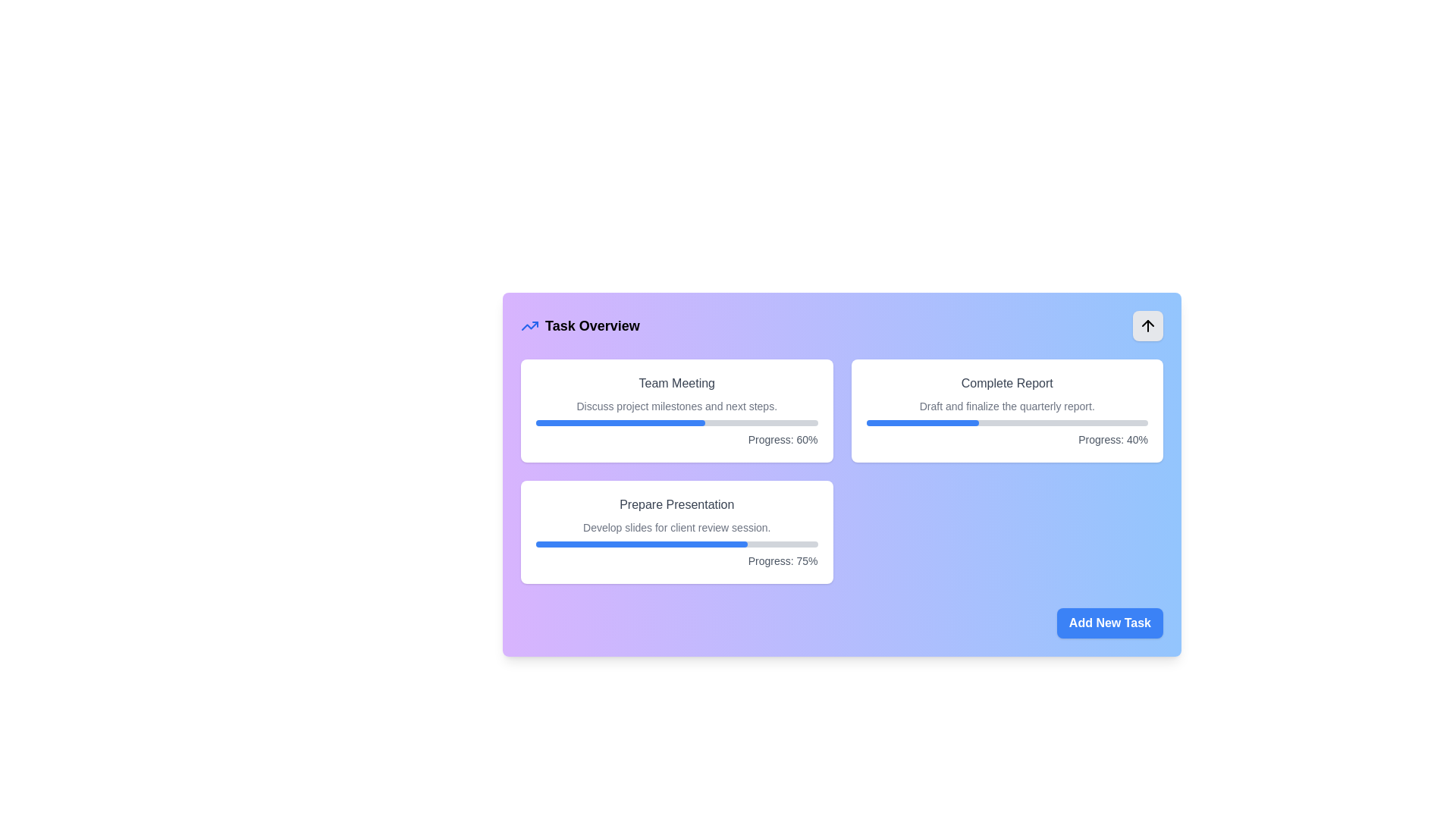  I want to click on the upward trending arrow icon, which is blue and located to the left of the 'Task Overview' text in the header section, so click(530, 325).